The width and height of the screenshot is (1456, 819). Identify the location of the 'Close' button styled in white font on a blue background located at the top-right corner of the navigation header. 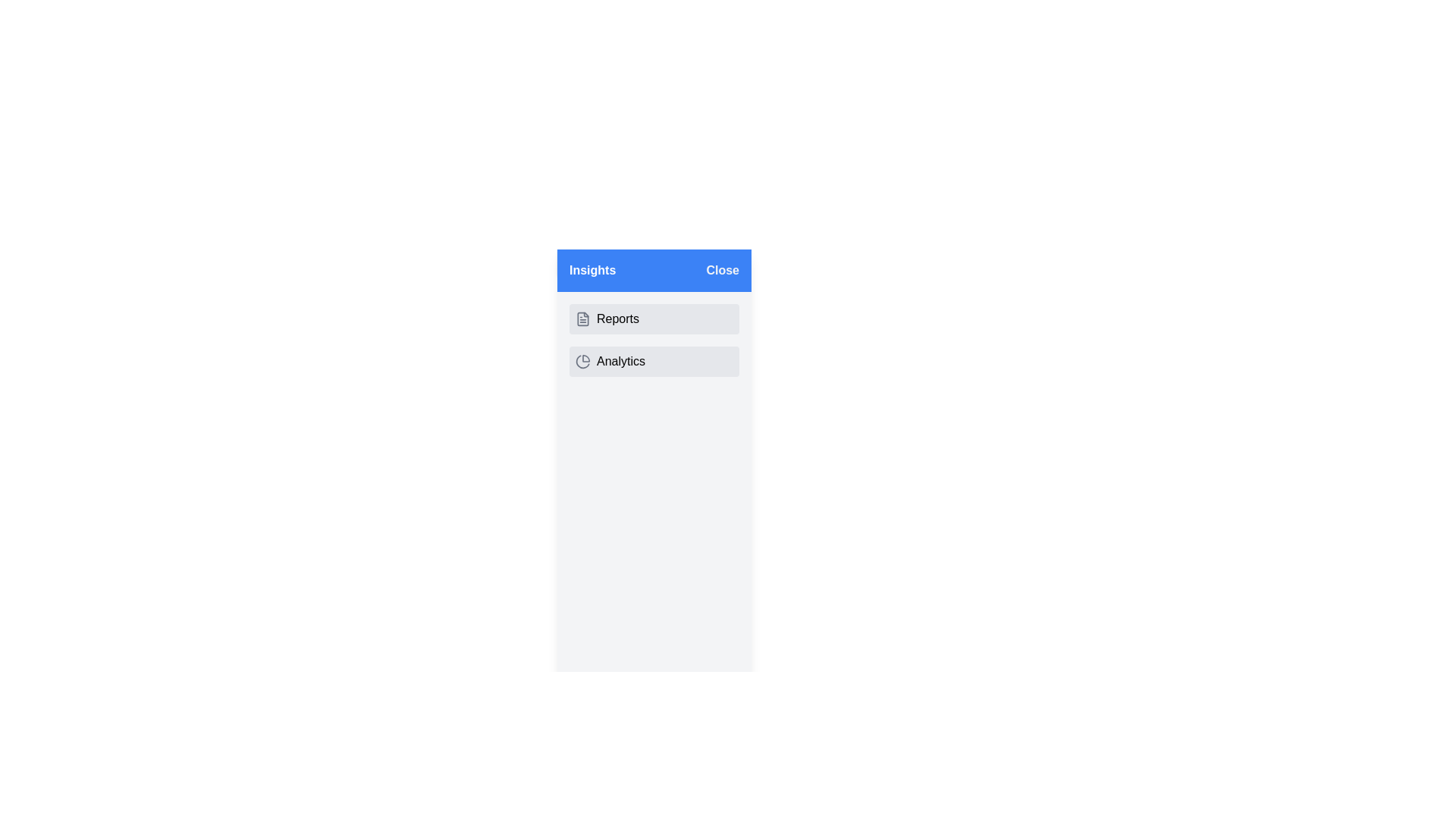
(722, 270).